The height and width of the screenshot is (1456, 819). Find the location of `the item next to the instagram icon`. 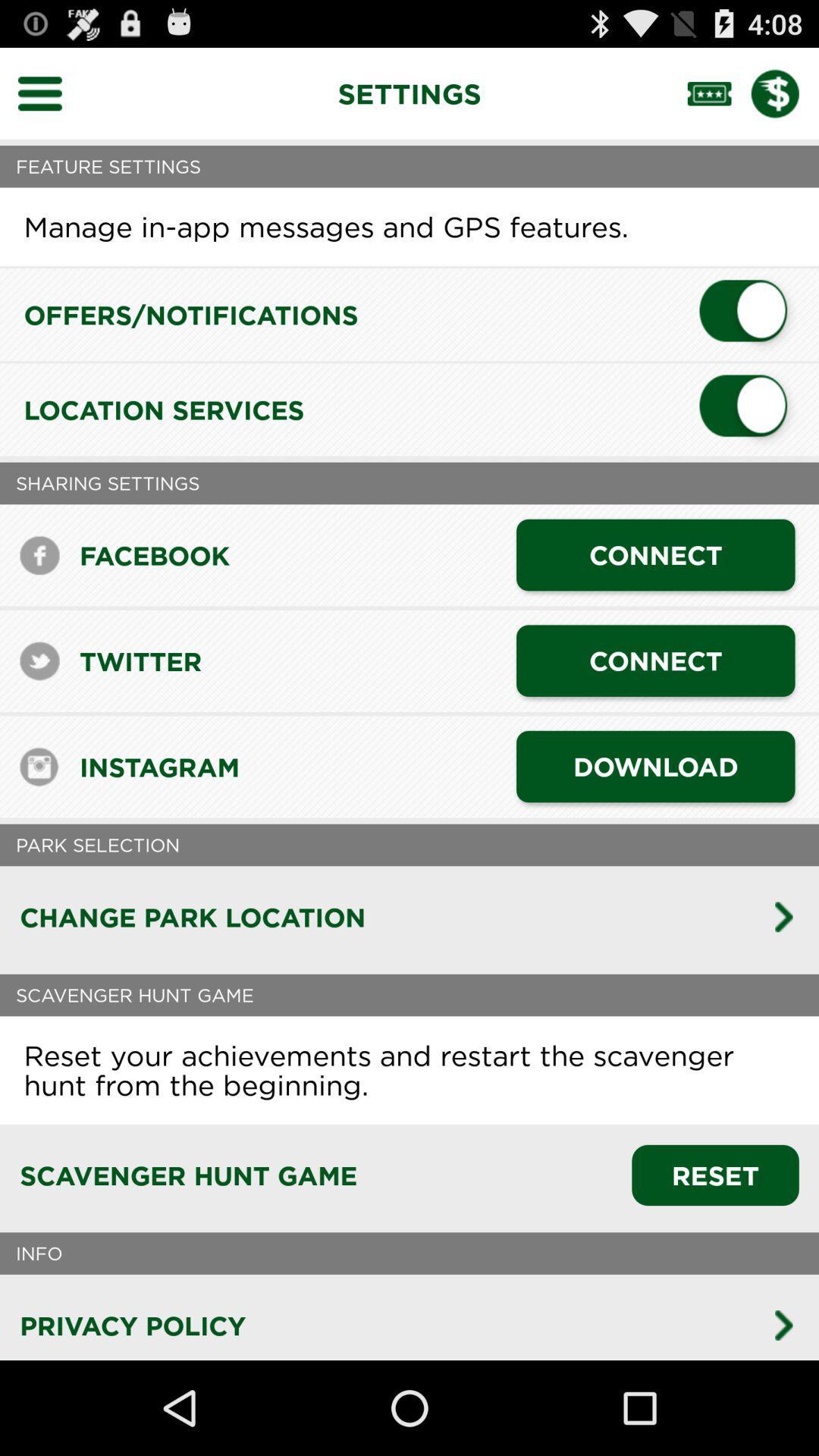

the item next to the instagram icon is located at coordinates (654, 767).